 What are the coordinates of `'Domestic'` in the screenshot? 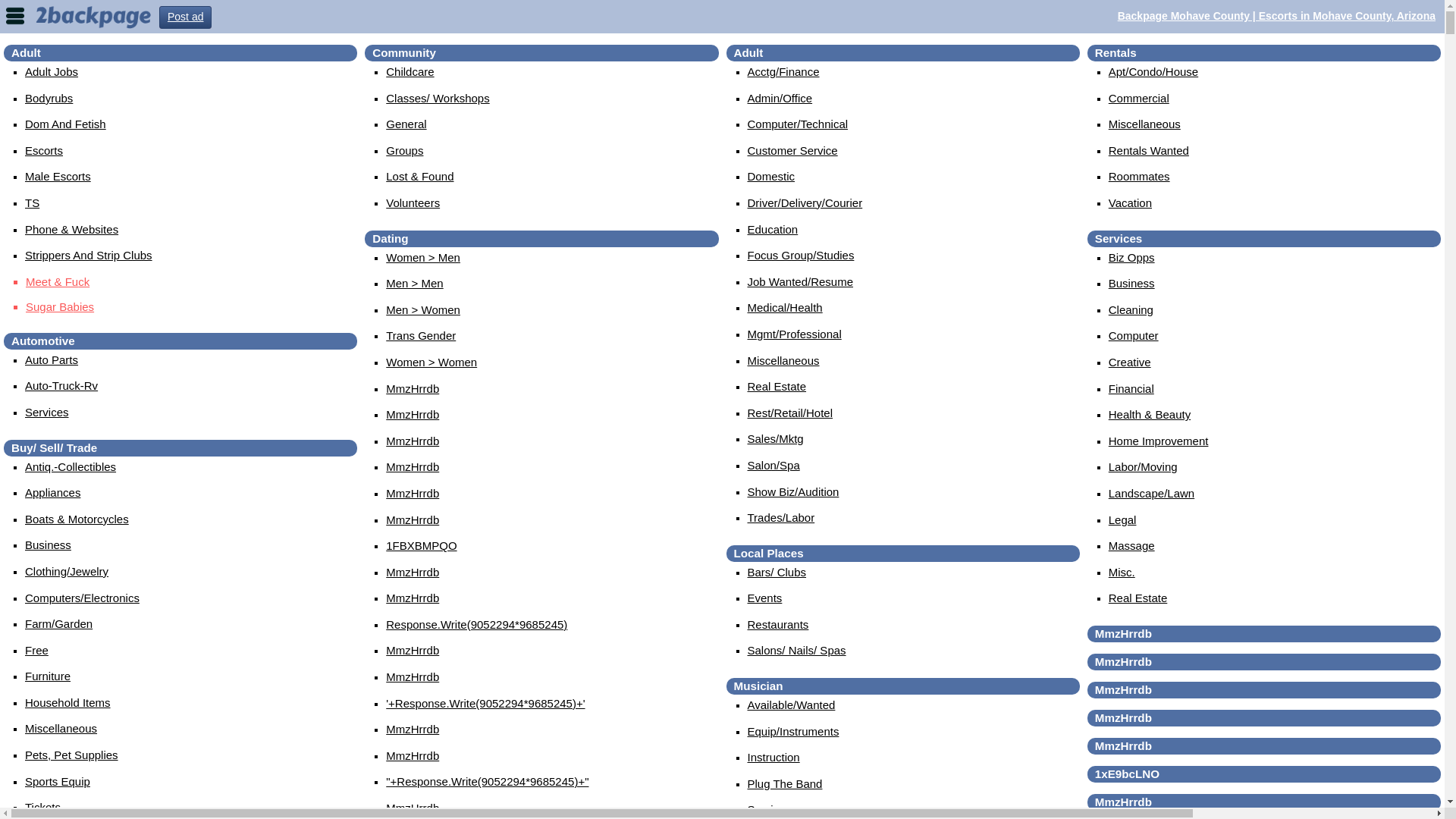 It's located at (771, 175).